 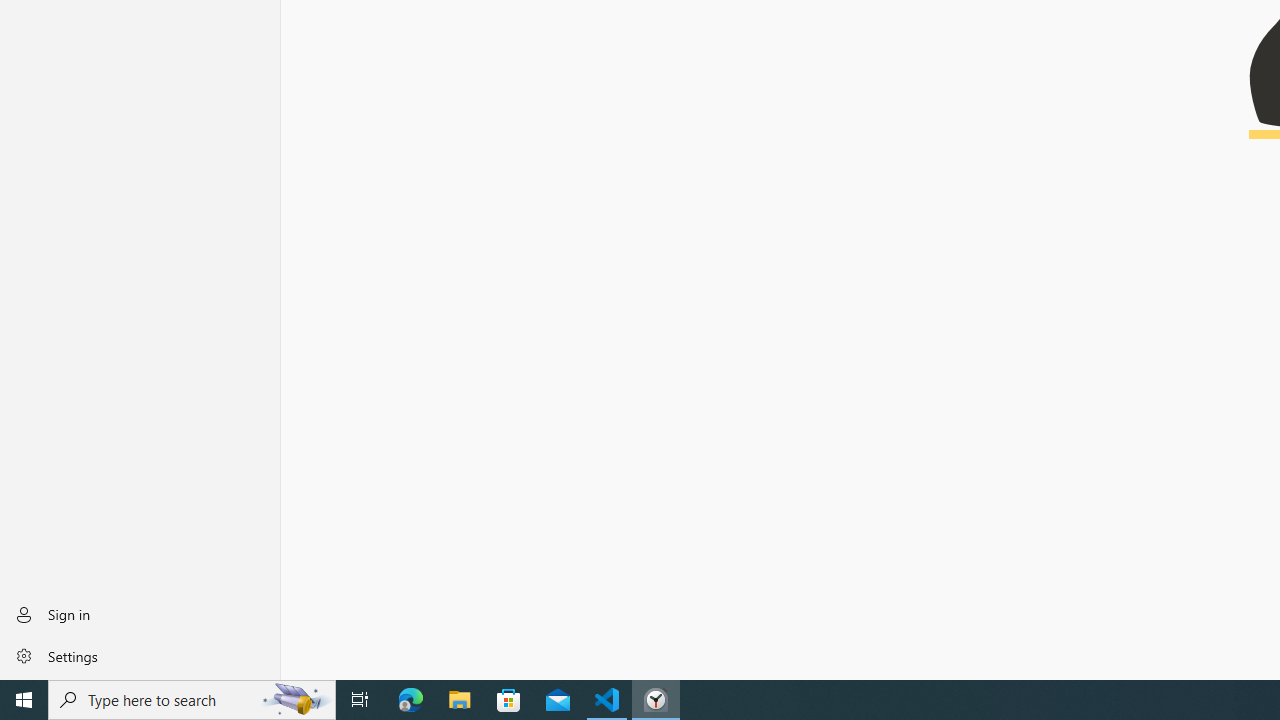 I want to click on 'Start', so click(x=24, y=698).